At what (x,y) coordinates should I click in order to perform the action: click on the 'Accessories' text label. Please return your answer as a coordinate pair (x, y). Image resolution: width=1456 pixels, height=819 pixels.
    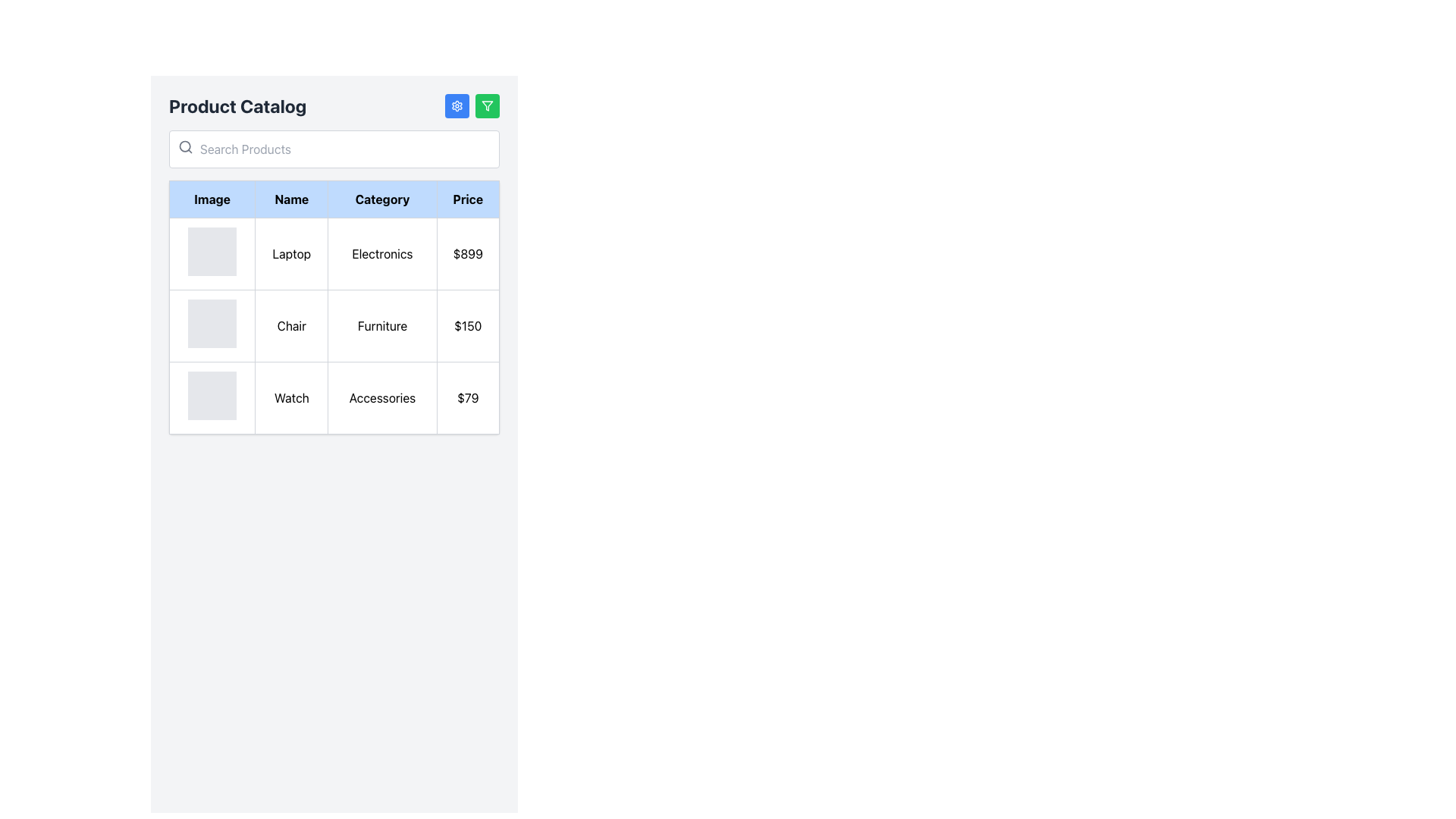
    Looking at the image, I should click on (382, 397).